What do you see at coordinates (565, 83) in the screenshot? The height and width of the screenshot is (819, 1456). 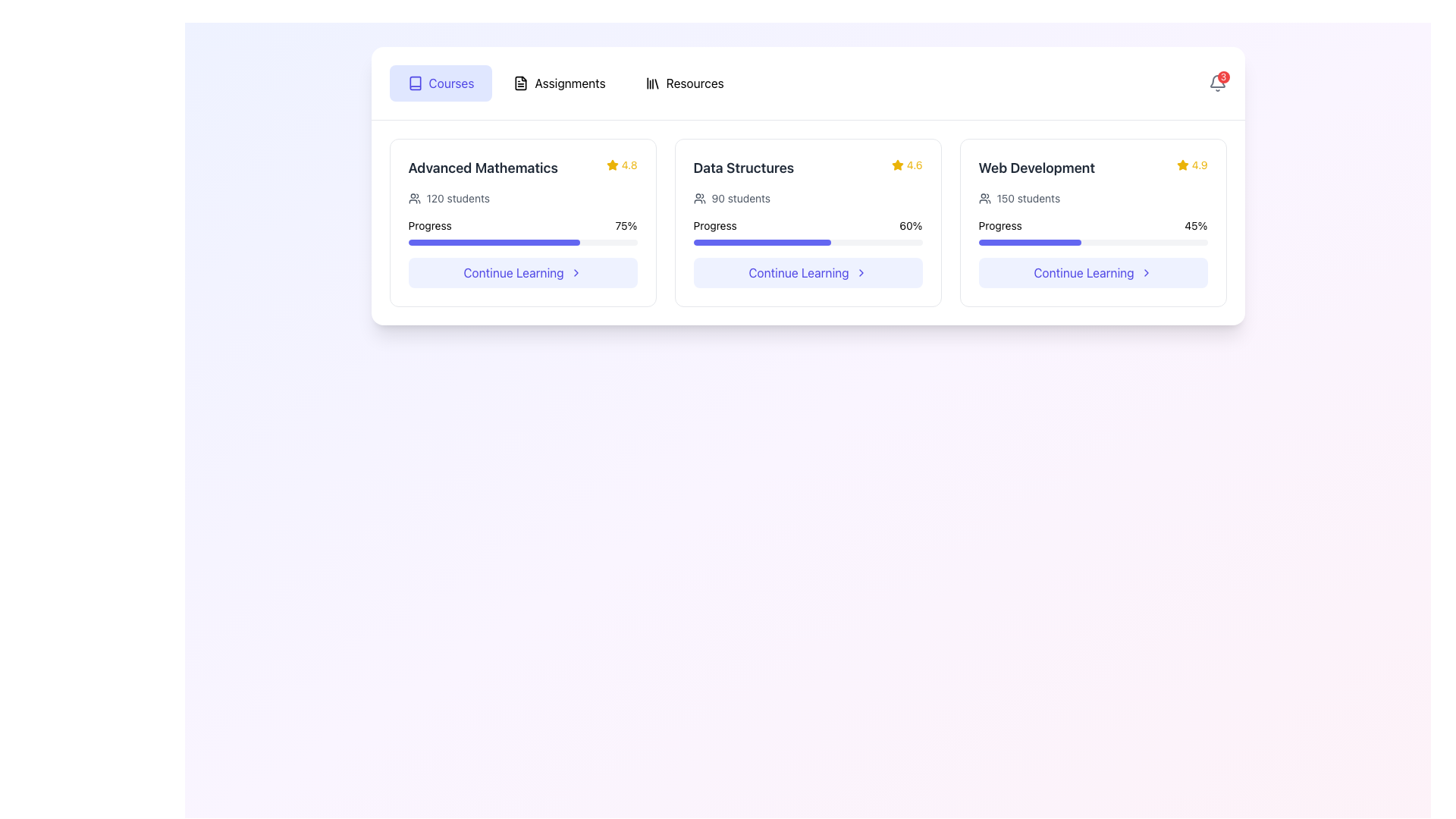 I see `the 'Assignments' tab in the navigation menu, which is a horizontal row of tabs located below the header and highlighted in blue when selected` at bounding box center [565, 83].